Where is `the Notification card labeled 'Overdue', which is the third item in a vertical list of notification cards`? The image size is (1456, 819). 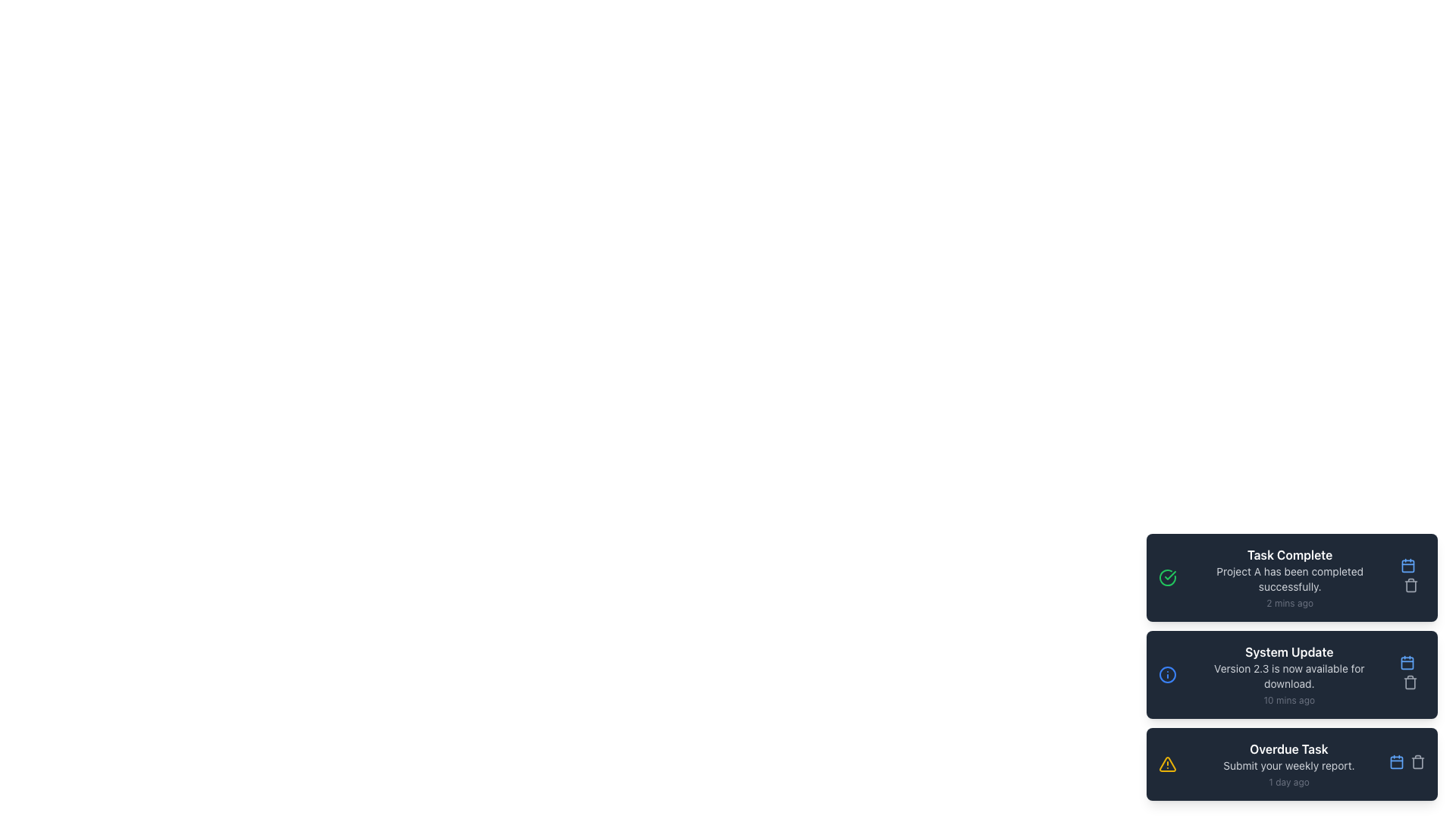 the Notification card labeled 'Overdue', which is the third item in a vertical list of notification cards is located at coordinates (1288, 764).